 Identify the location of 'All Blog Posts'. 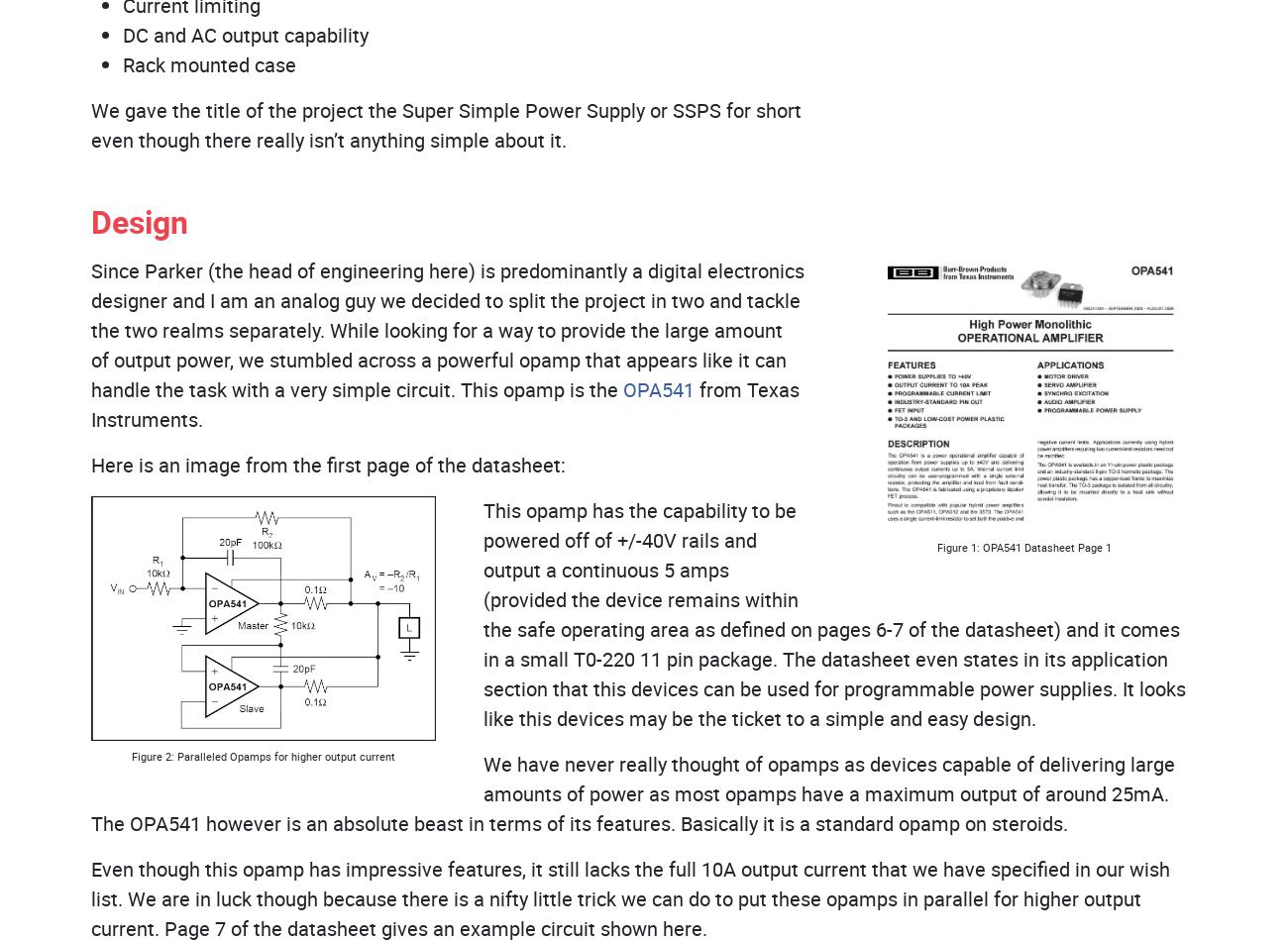
(650, 420).